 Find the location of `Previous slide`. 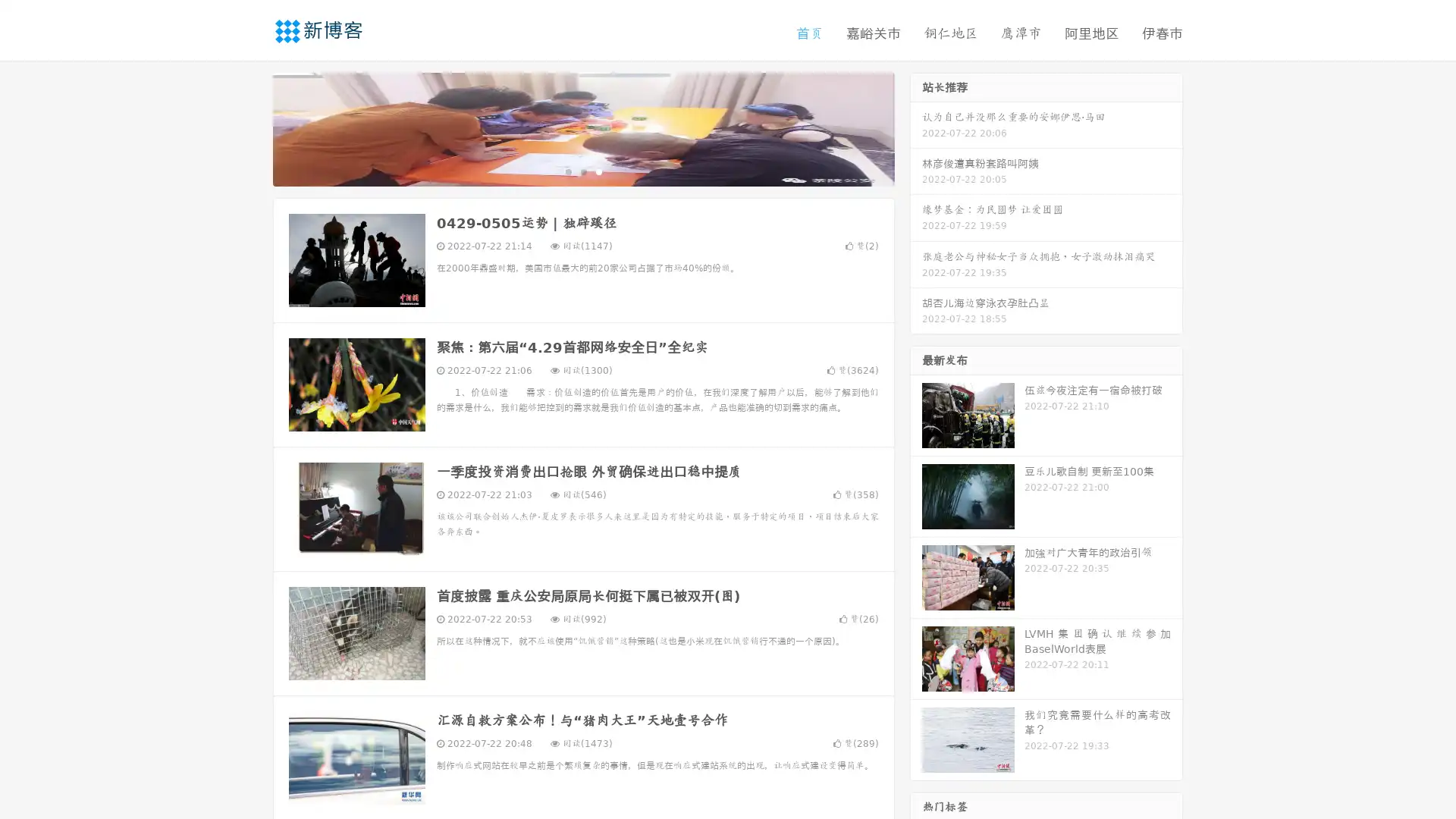

Previous slide is located at coordinates (250, 127).